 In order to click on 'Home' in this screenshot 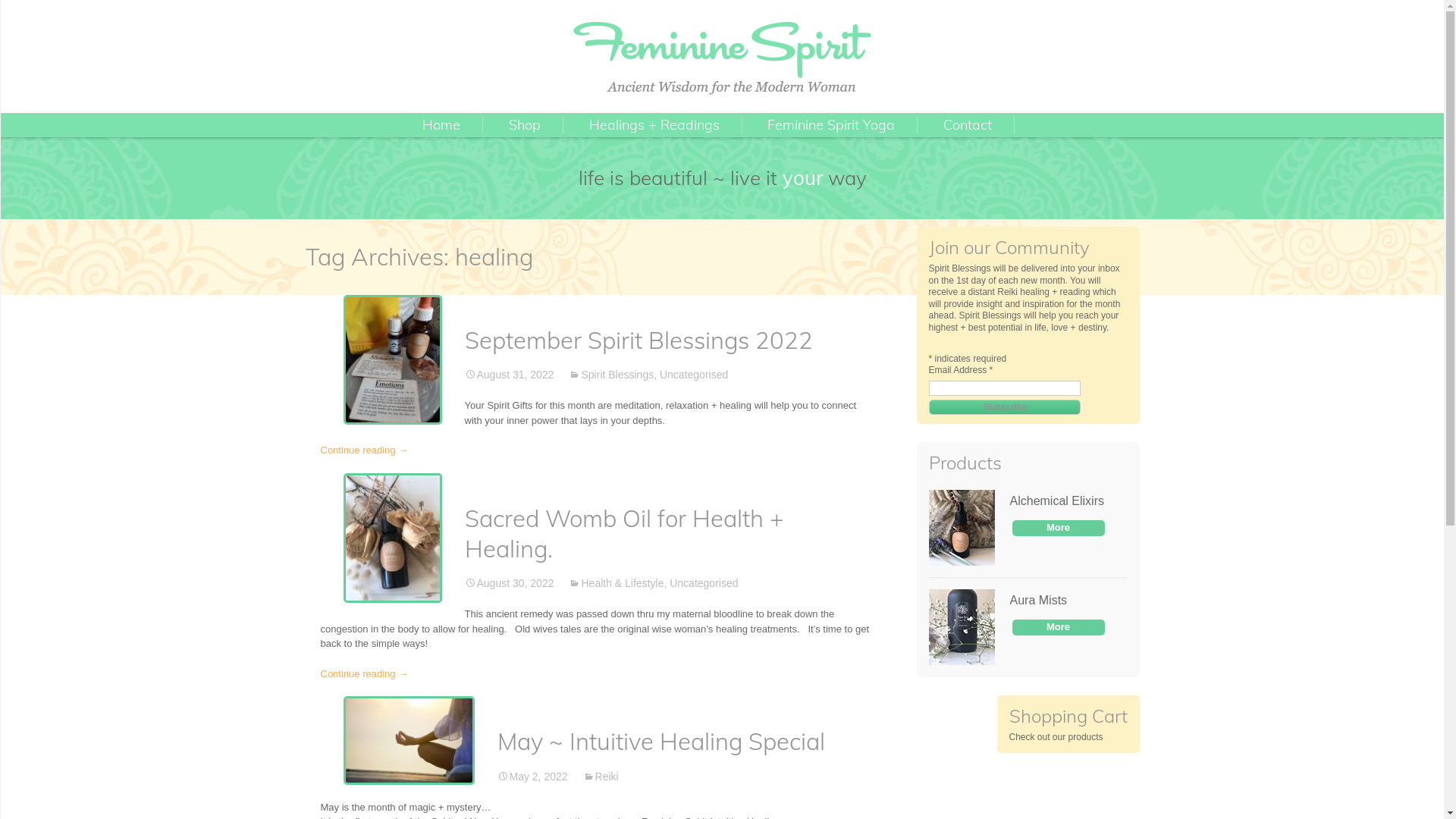, I will do `click(440, 124)`.